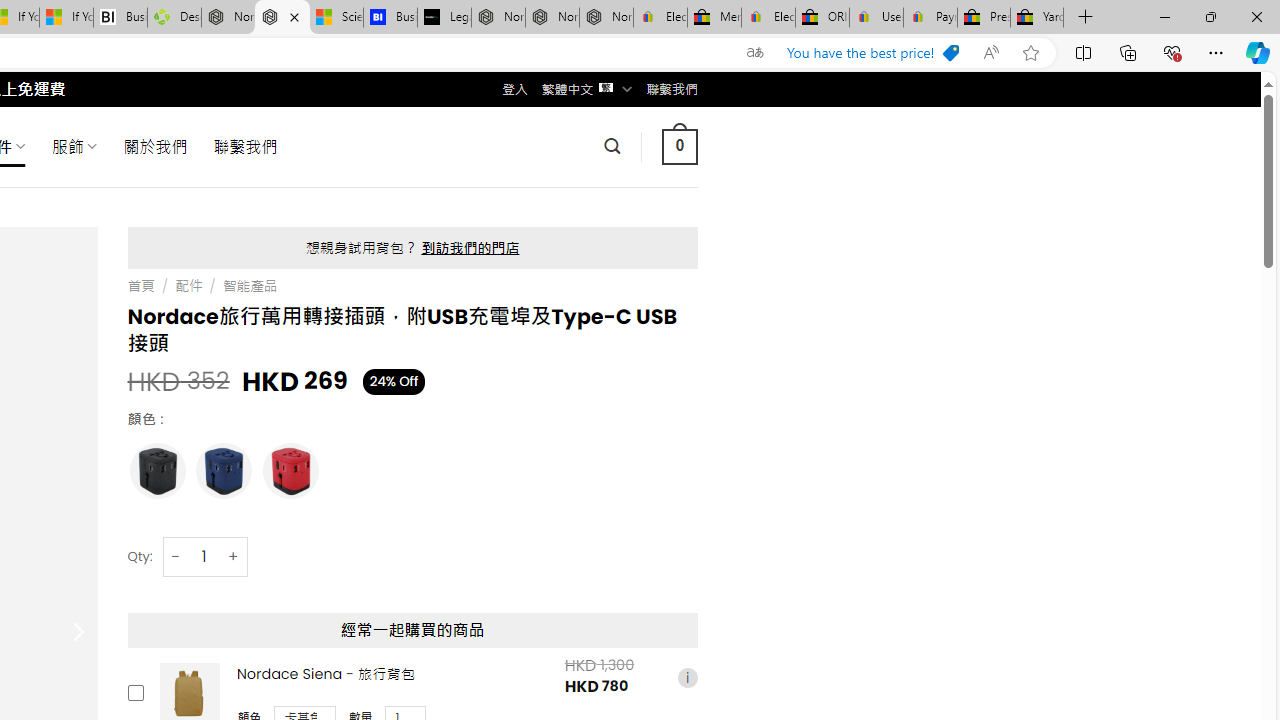 This screenshot has width=1280, height=720. Describe the element at coordinates (679, 145) in the screenshot. I see `' 0 '` at that location.